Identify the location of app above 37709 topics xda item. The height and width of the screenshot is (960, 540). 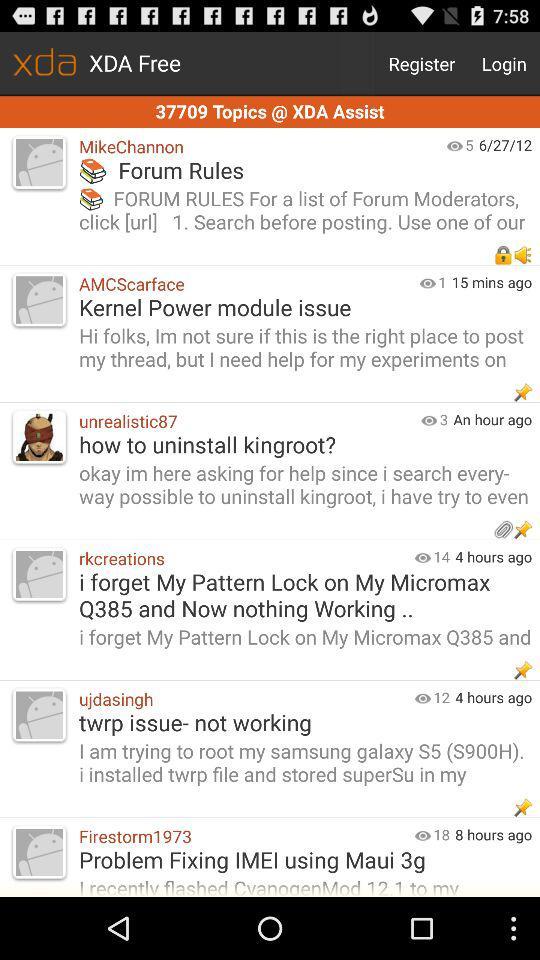
(503, 63).